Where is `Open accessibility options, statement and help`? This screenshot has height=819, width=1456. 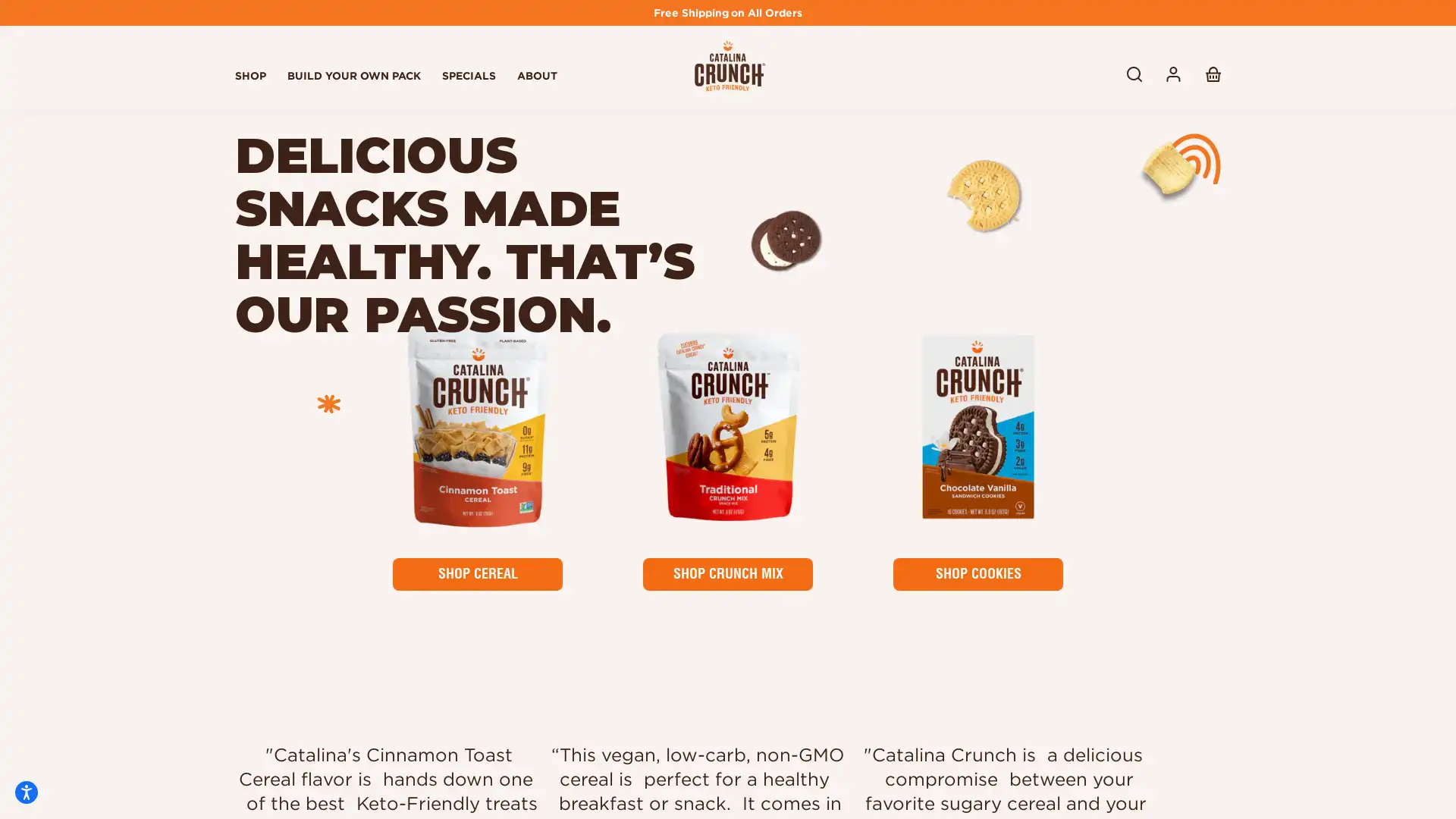
Open accessibility options, statement and help is located at coordinates (26, 792).